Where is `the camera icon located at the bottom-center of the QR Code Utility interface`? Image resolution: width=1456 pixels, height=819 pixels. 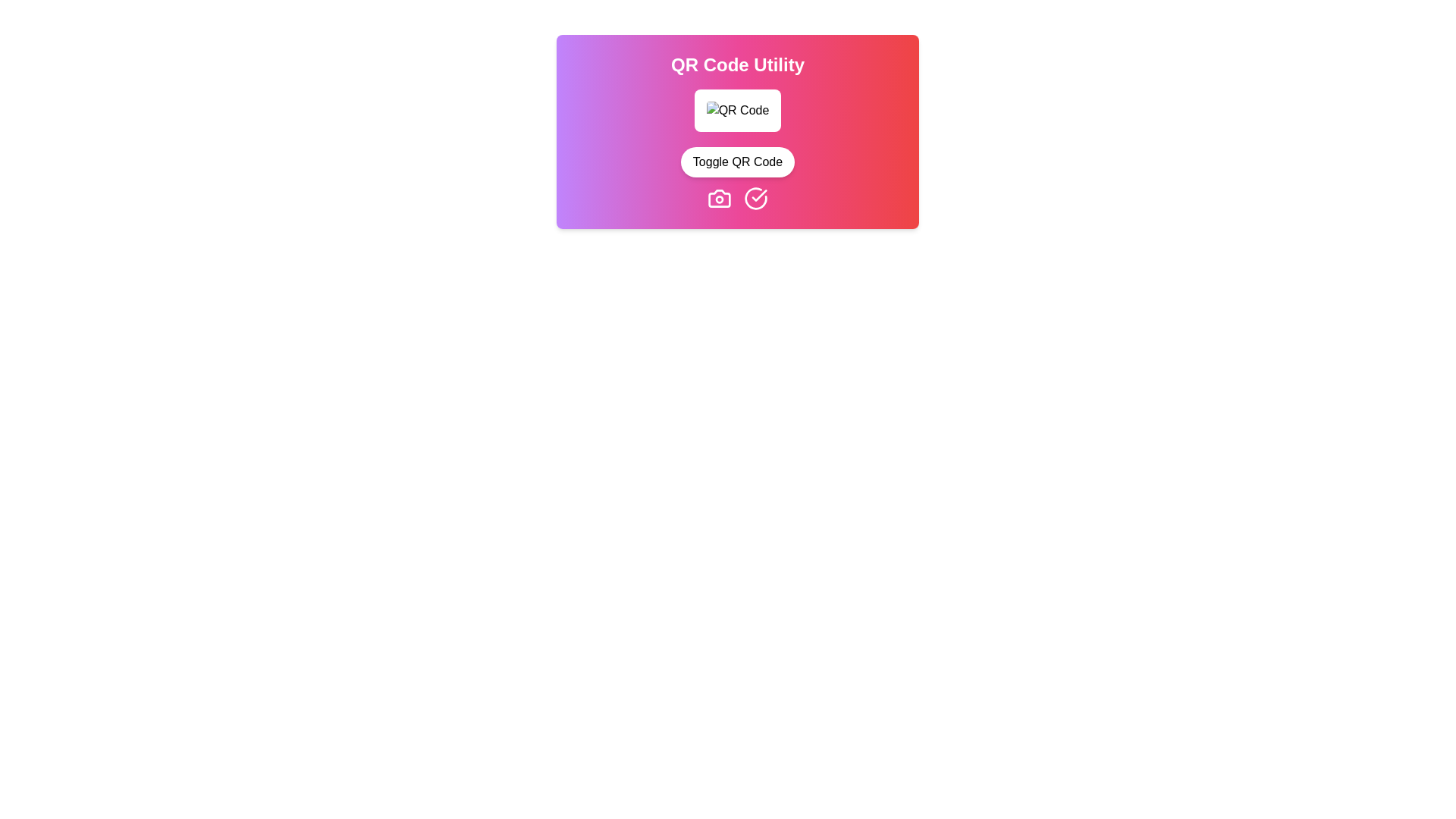
the camera icon located at the bottom-center of the QR Code Utility interface is located at coordinates (719, 198).